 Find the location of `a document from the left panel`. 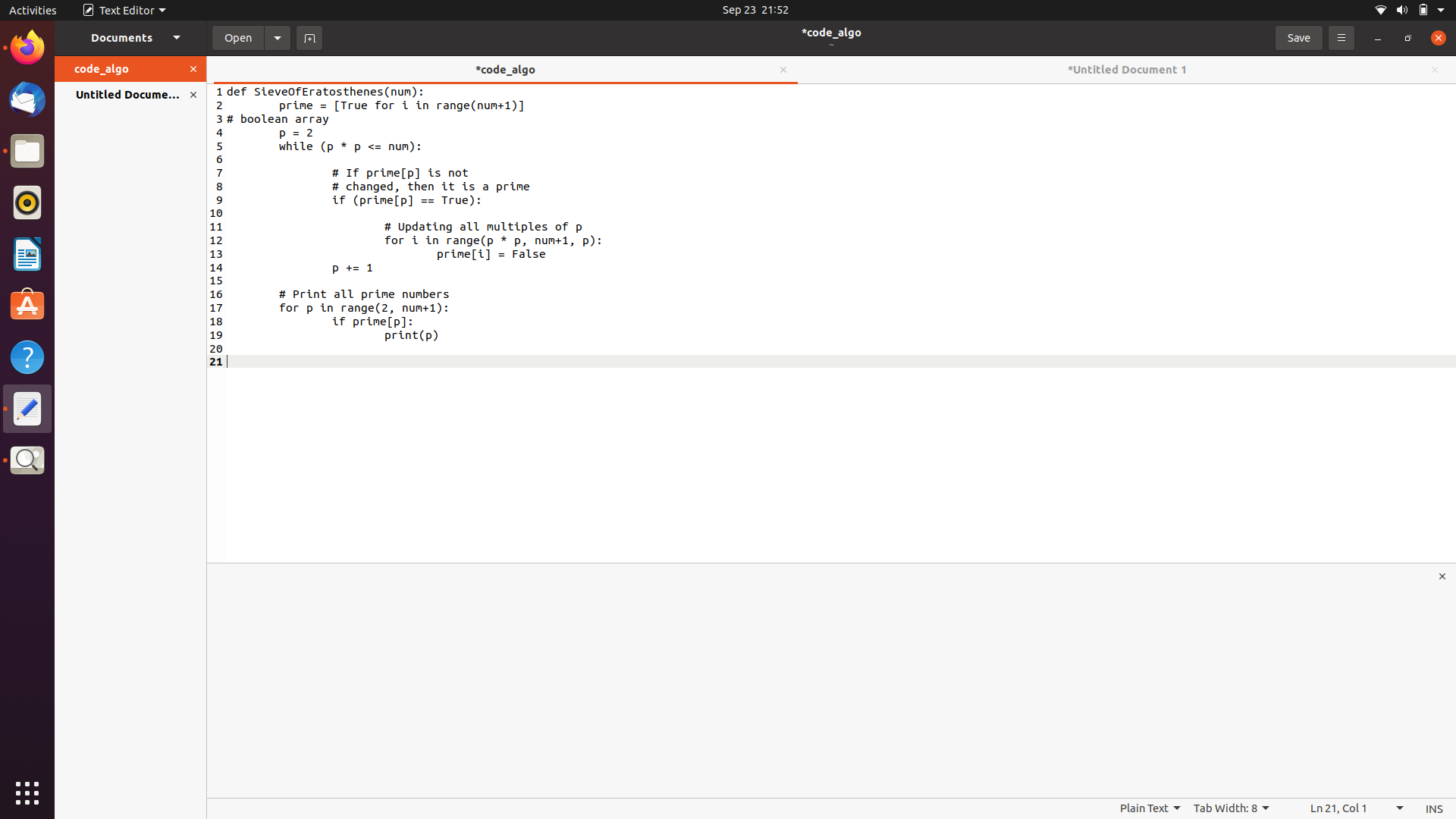

a document from the left panel is located at coordinates (236, 36).